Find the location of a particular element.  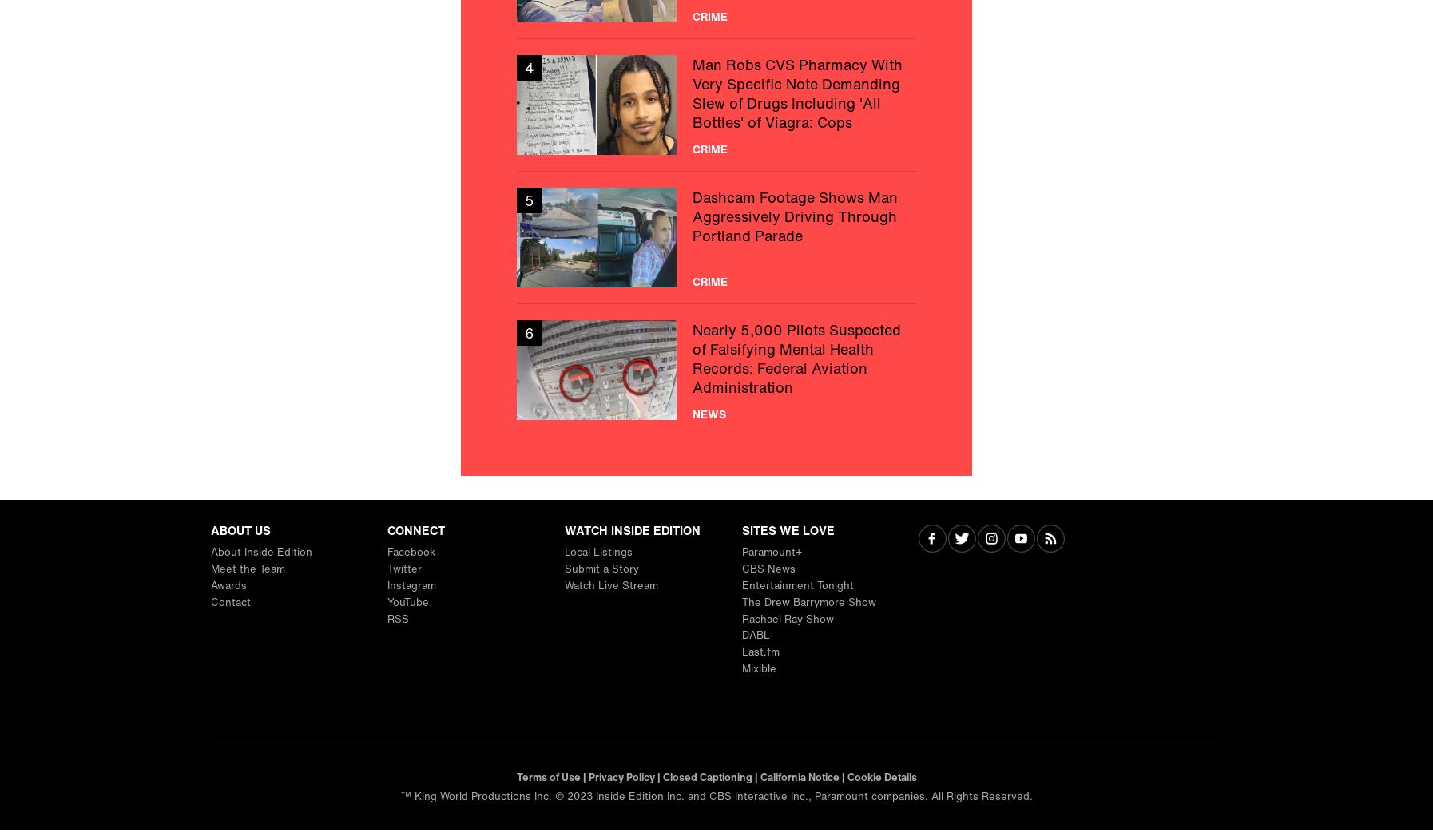

'Man Robs CVS Pharmacy With Very Specific Note Demanding Slew of Drugs Including 'All Bottles' of Viagra: Cops' is located at coordinates (796, 93).